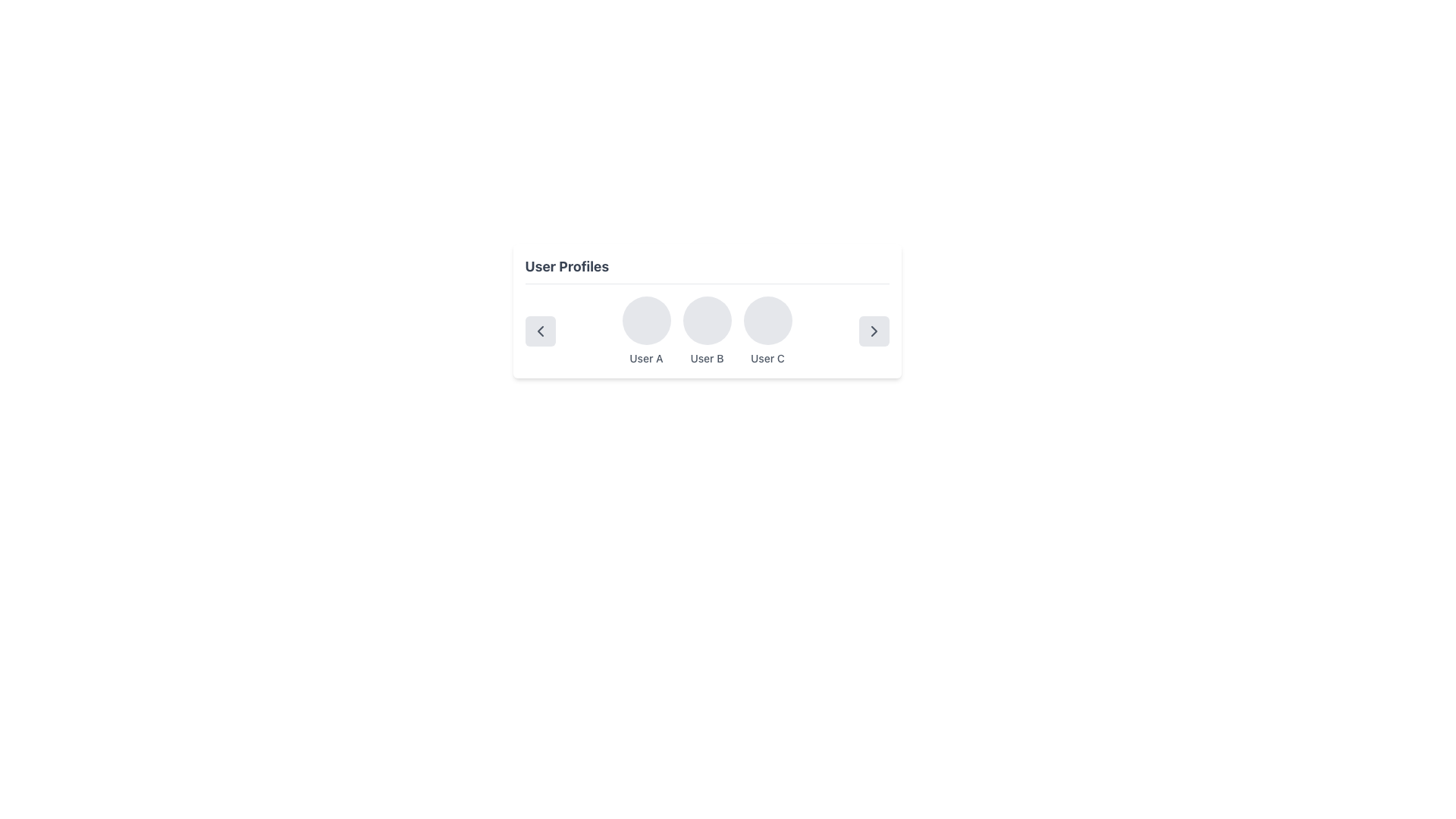 The image size is (1456, 819). Describe the element at coordinates (706, 330) in the screenshot. I see `profile icon and user name label for 'User B', which is the second element in a horizontal grouping of user profiles, using assistive tools` at that location.